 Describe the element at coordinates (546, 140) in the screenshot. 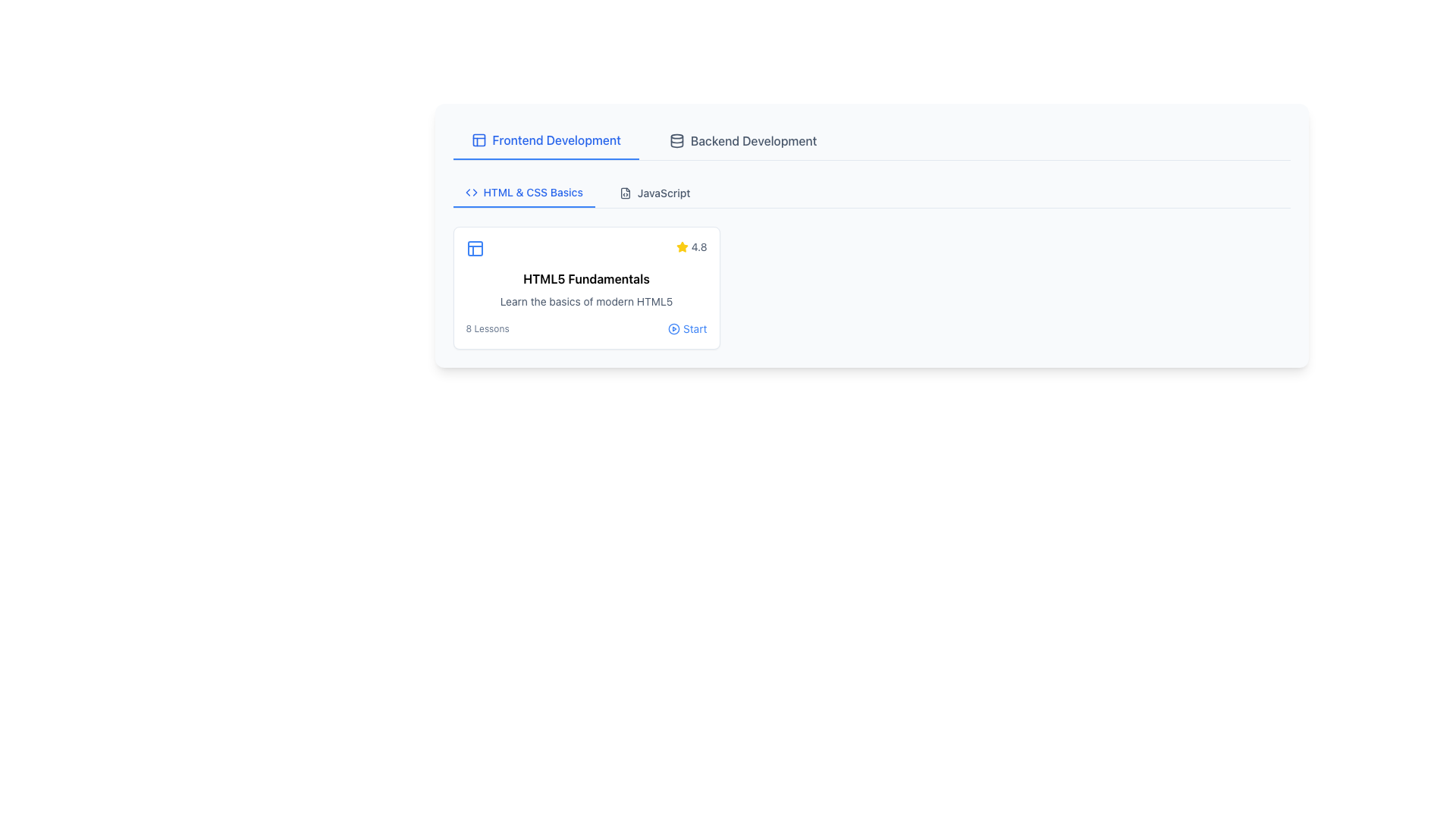

I see `the active 'Frontend Development' tab with a blue underline to switch content` at that location.